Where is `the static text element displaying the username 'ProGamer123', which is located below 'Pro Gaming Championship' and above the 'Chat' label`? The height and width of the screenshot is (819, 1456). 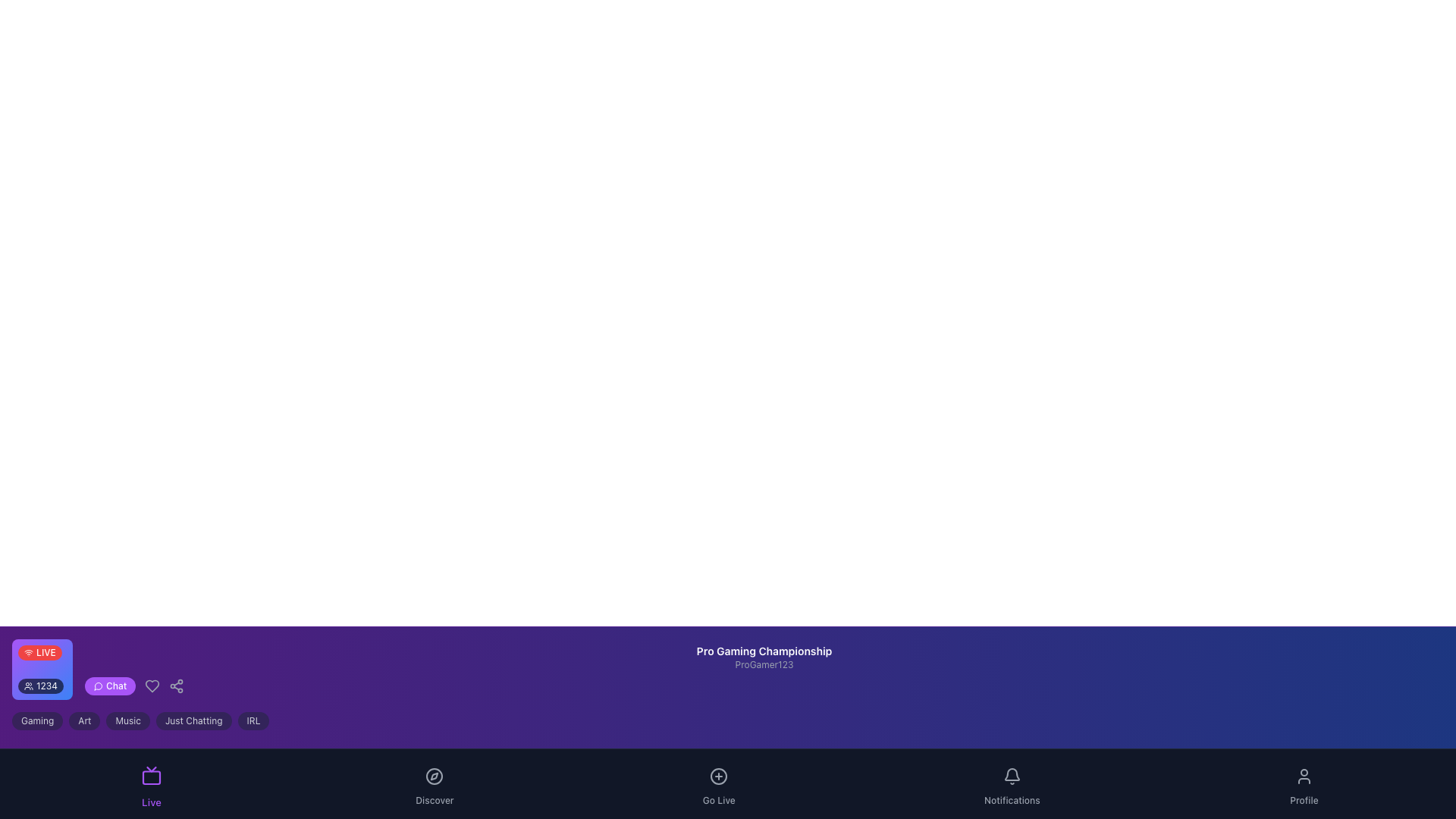 the static text element displaying the username 'ProGamer123', which is located below 'Pro Gaming Championship' and above the 'Chat' label is located at coordinates (764, 664).